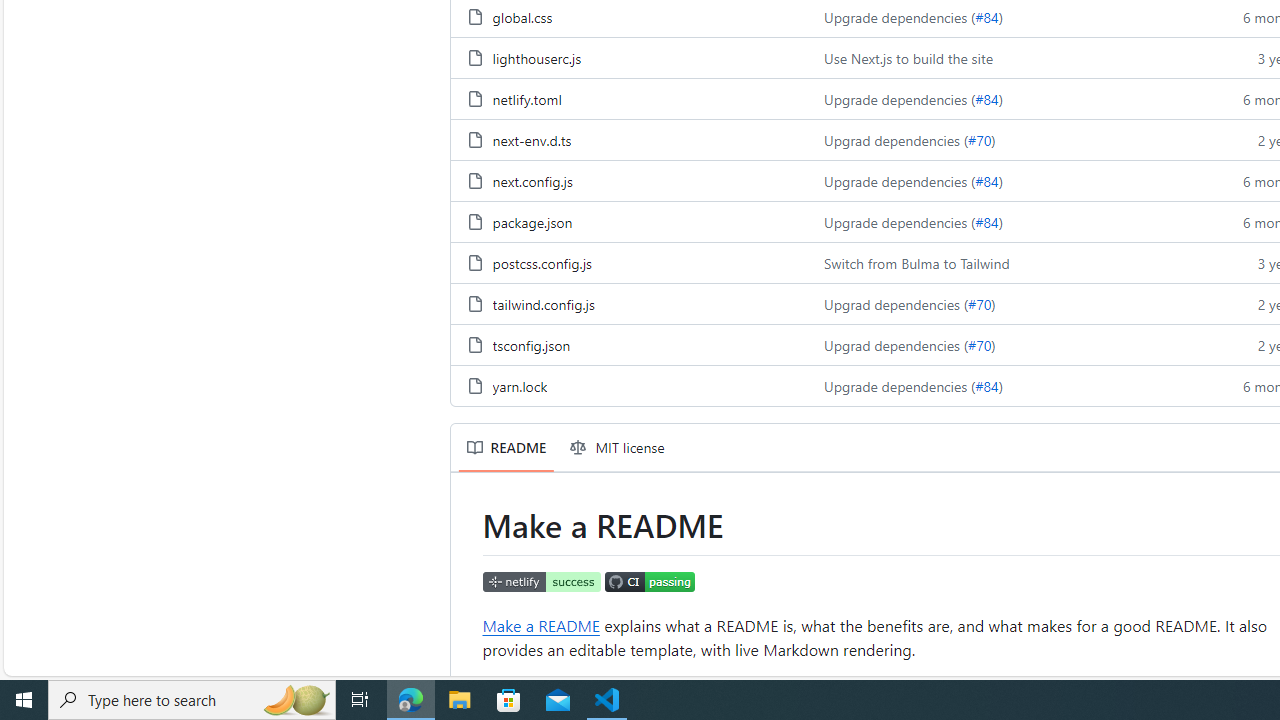 The width and height of the screenshot is (1280, 720). What do you see at coordinates (519, 385) in the screenshot?
I see `'yarn.lock, (File)'` at bounding box center [519, 385].